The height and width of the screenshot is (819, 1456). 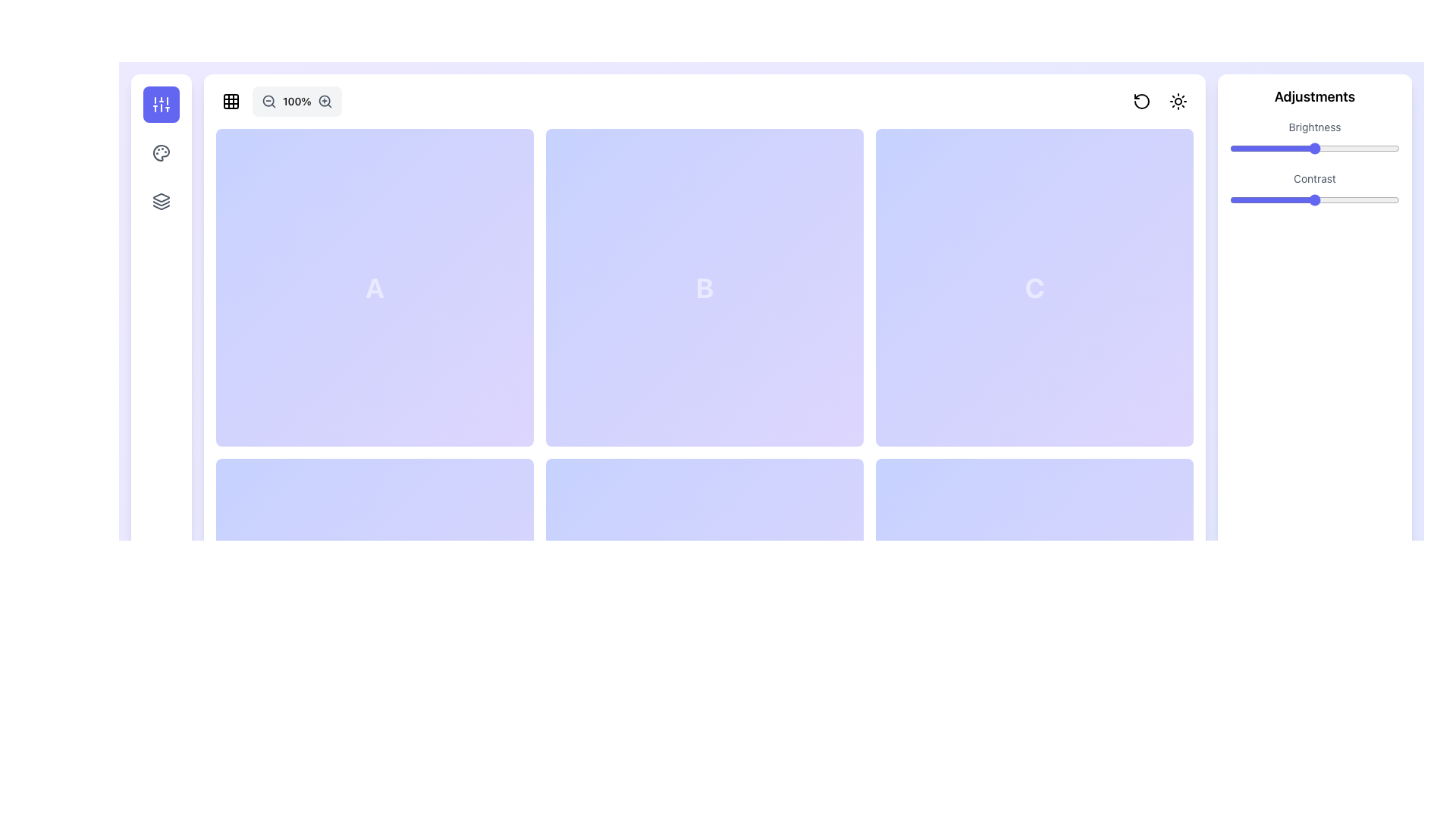 I want to click on contrast, so click(x=1237, y=199).